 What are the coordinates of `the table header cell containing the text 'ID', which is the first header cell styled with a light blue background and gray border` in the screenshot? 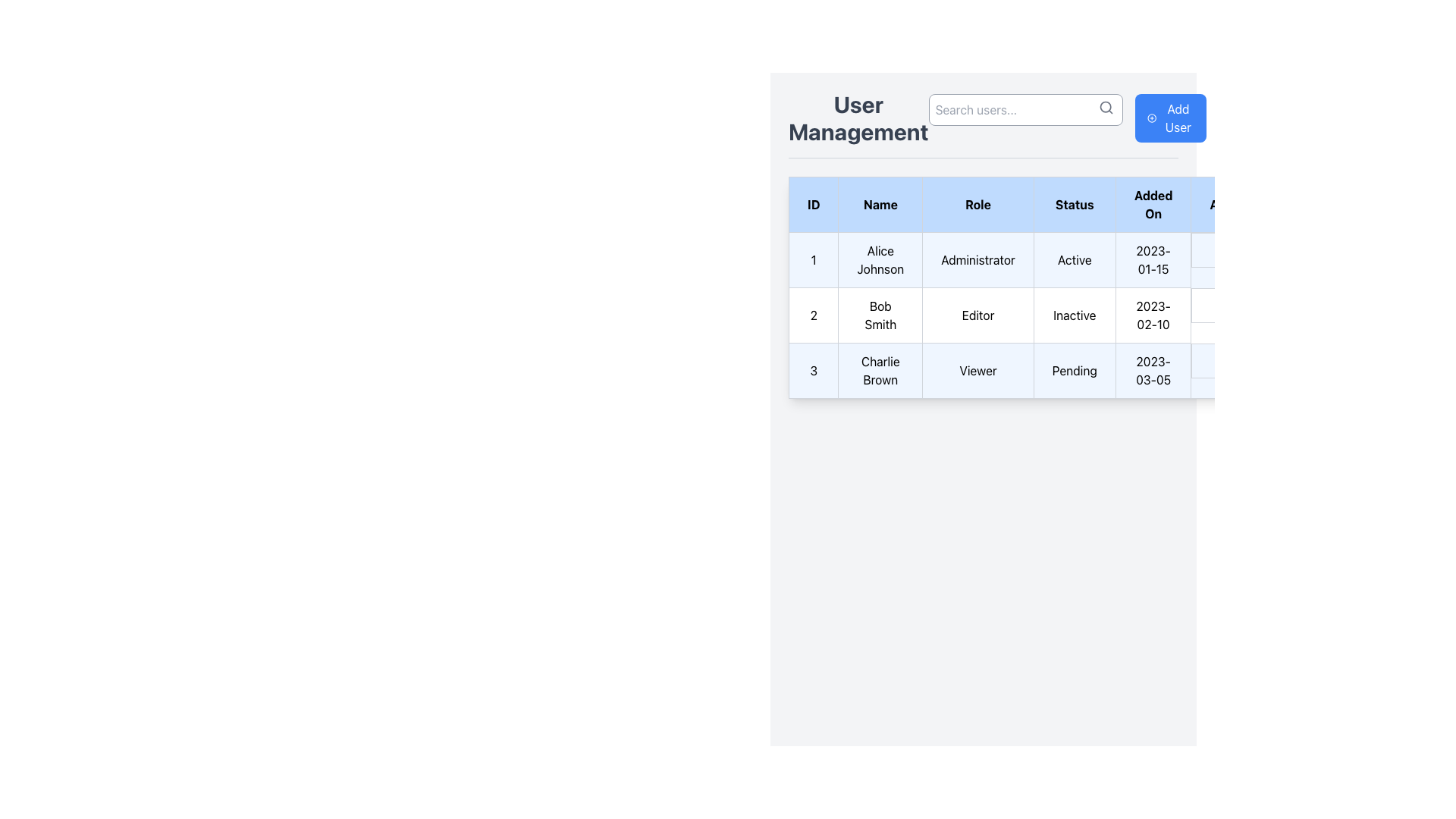 It's located at (813, 205).